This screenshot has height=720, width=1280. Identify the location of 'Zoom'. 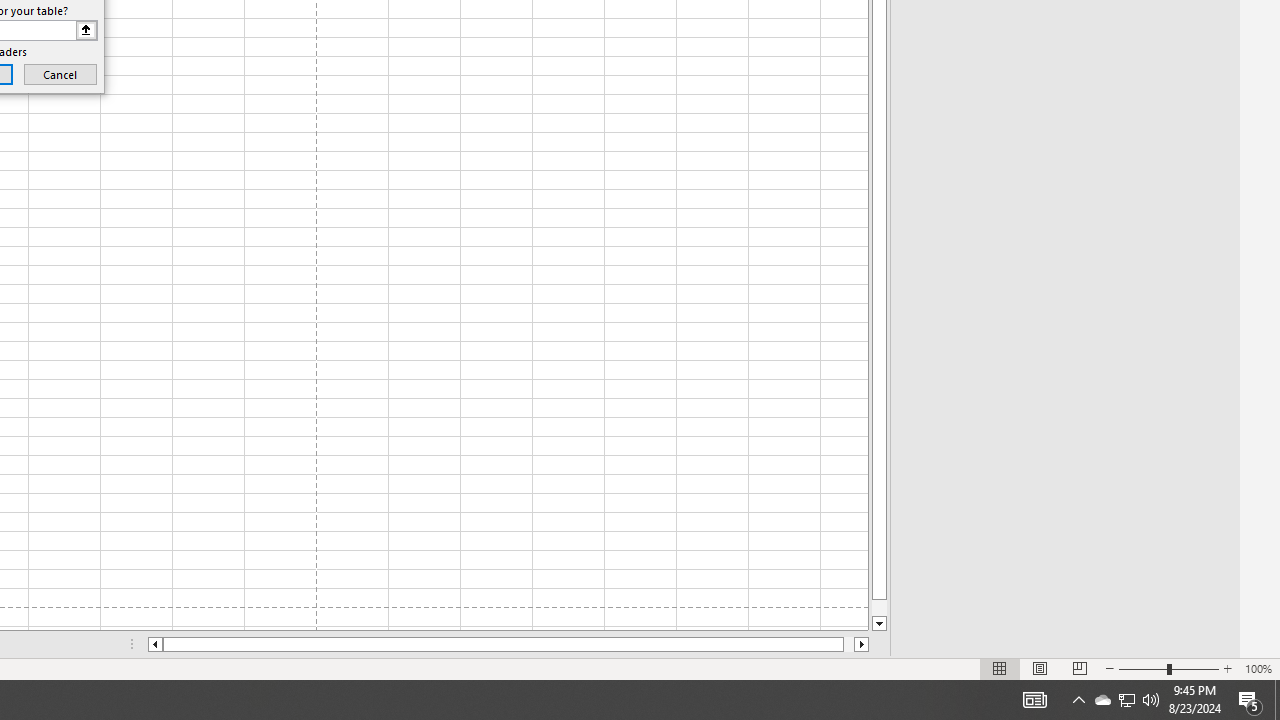
(1168, 669).